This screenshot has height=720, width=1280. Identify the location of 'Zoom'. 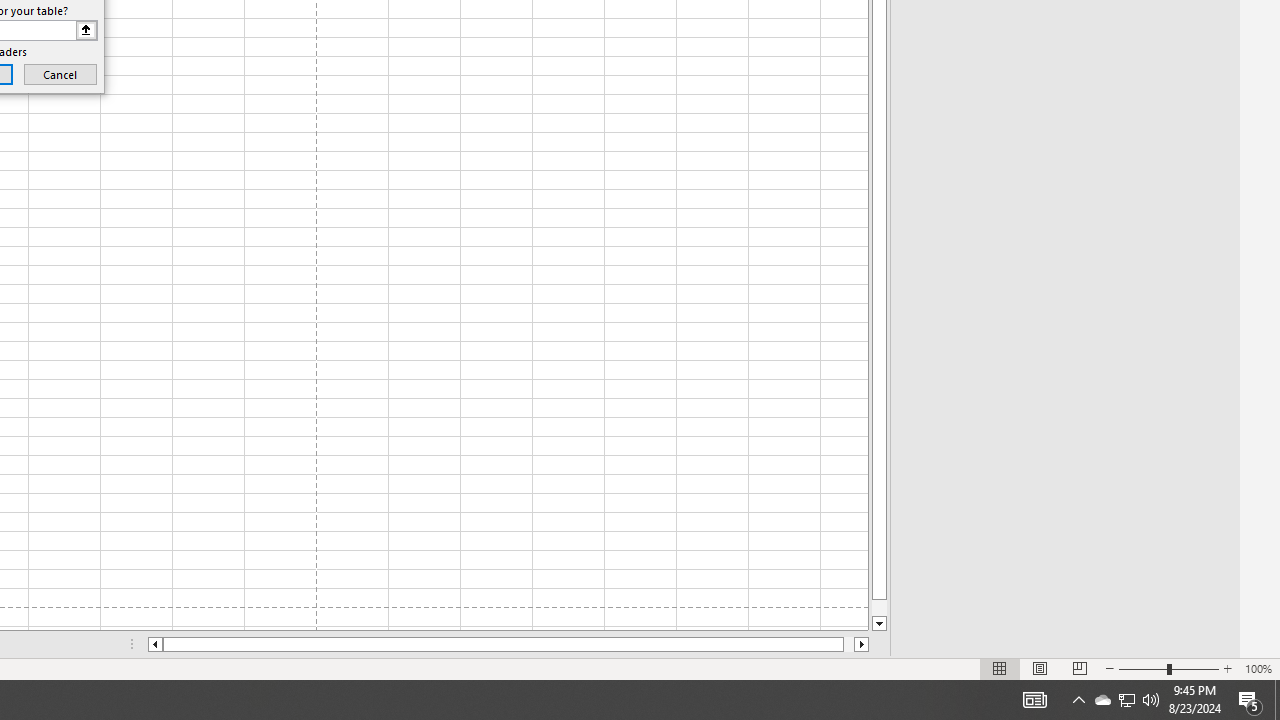
(1168, 669).